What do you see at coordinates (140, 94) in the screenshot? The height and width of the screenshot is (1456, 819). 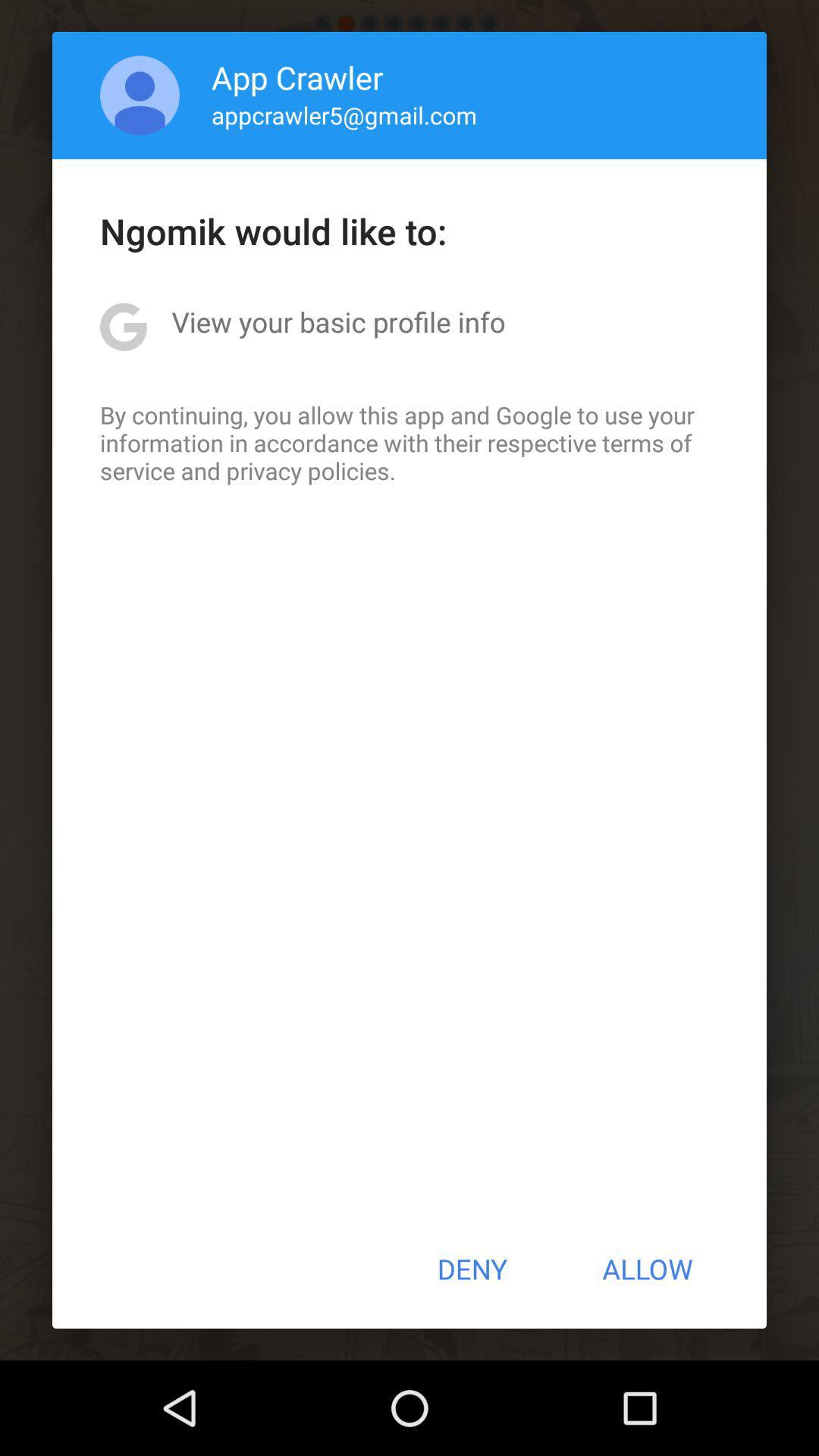 I see `the item next to app crawler icon` at bounding box center [140, 94].